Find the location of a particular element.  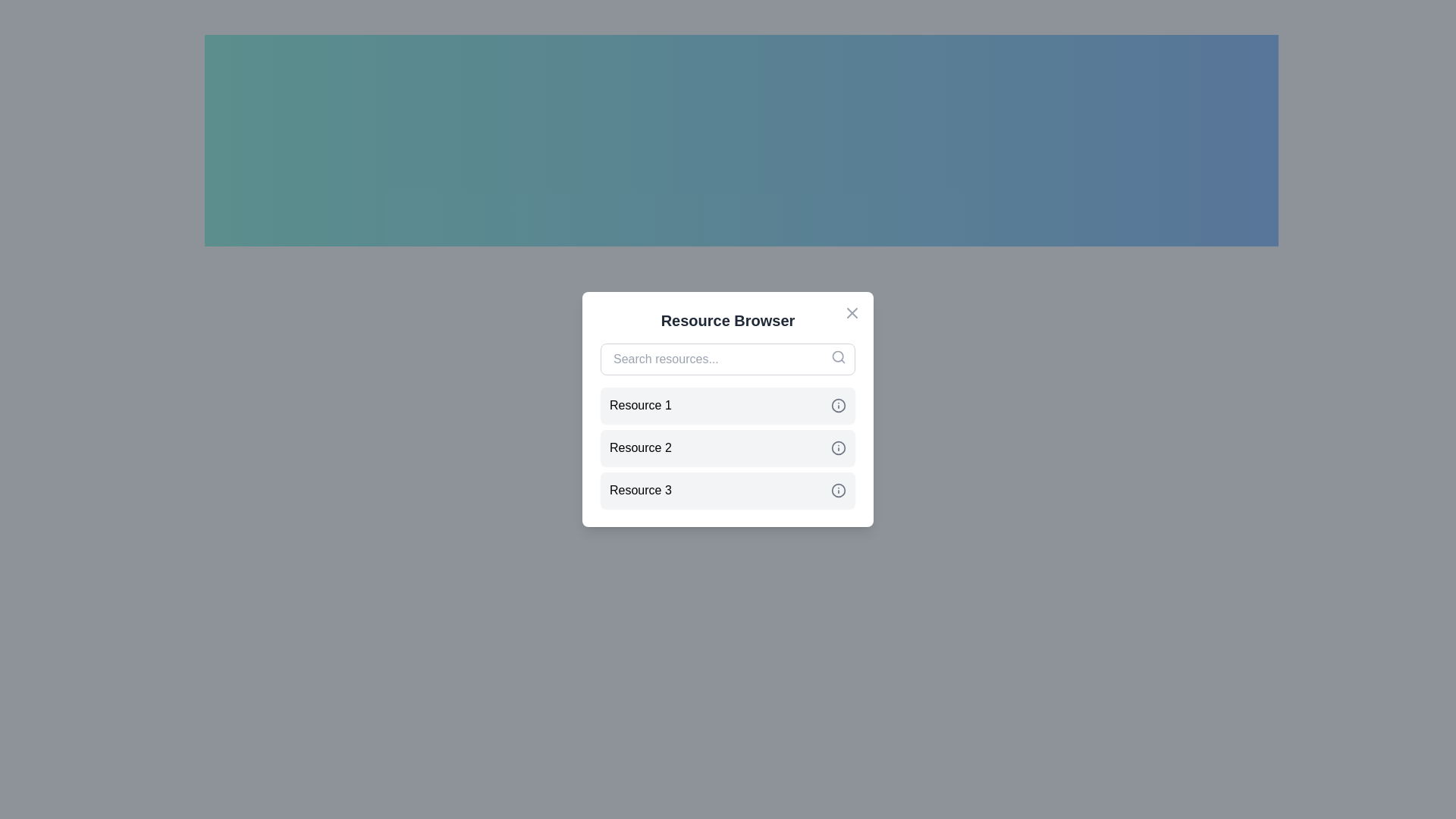

the Informational icon located to the right of 'Resource 2' in the 'Resource Browser' modal is located at coordinates (837, 447).